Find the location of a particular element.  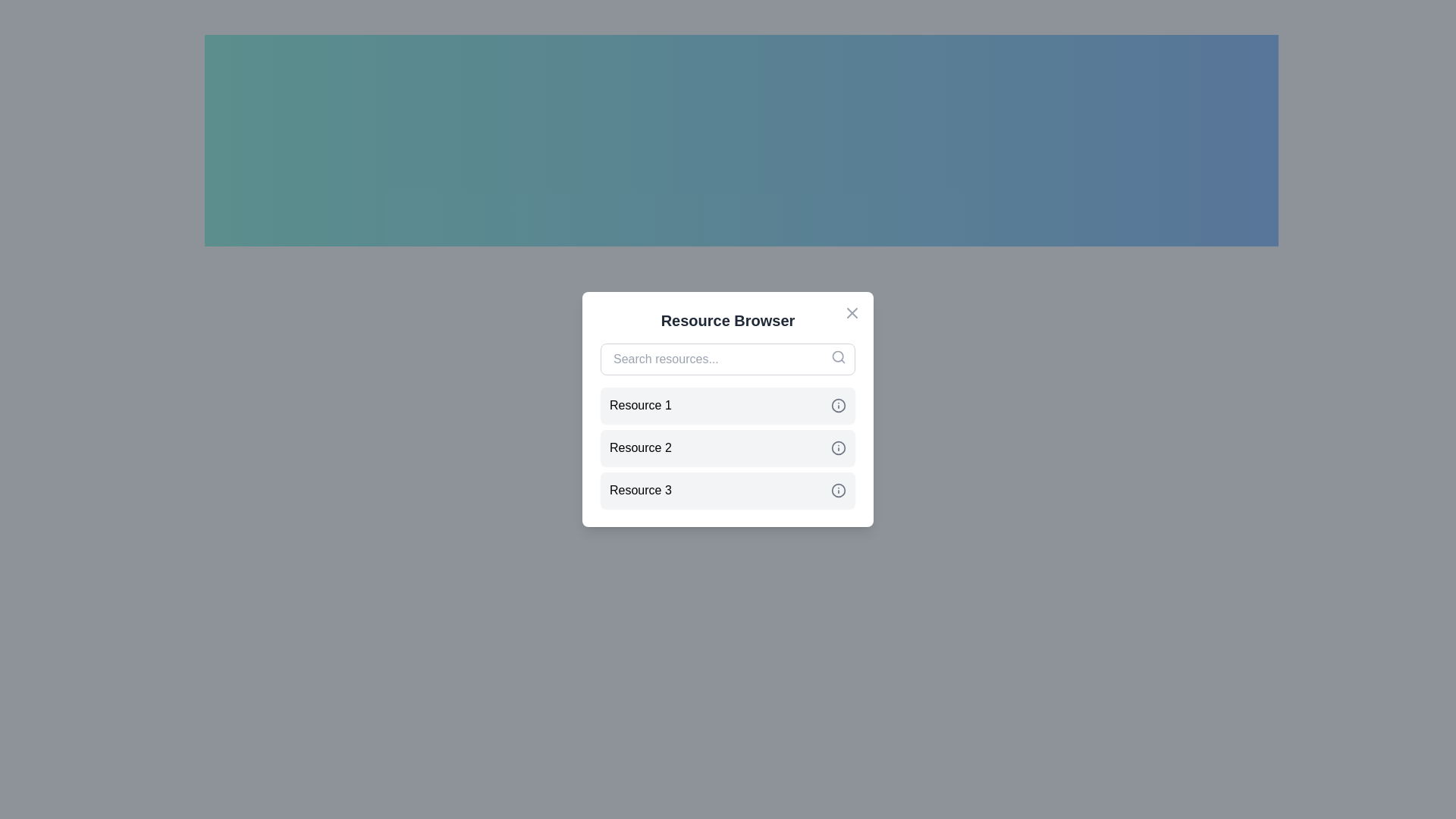

the Informational icon located to the right of 'Resource 2' in the 'Resource Browser' modal is located at coordinates (837, 447).